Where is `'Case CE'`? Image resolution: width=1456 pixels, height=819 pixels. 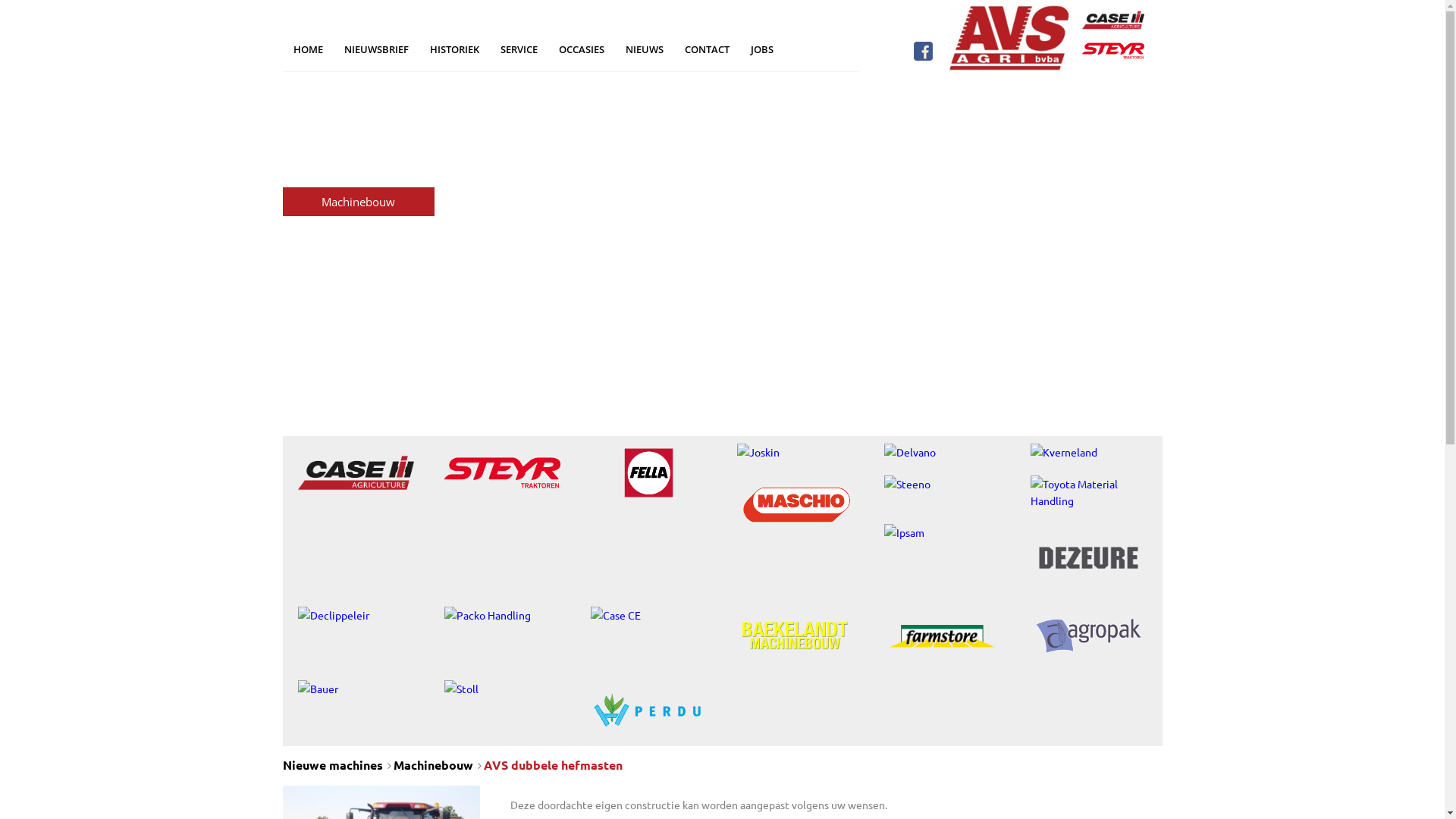 'Case CE' is located at coordinates (648, 614).